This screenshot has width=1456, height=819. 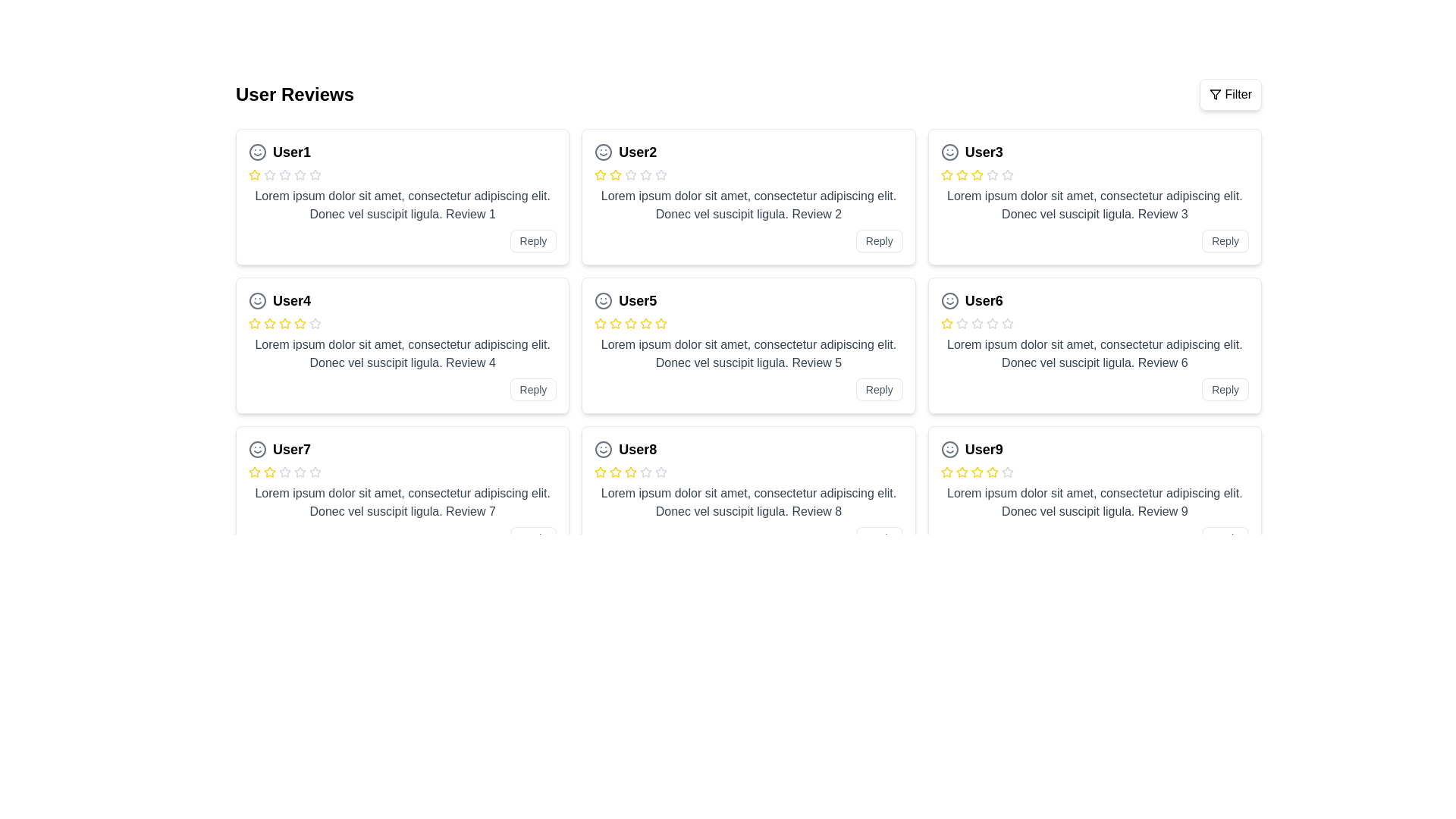 I want to click on the fifth star-shaped icon with a yellow outline and a hollow center in the user review card labeled 'User9', located in the bottom-right corner of the user reviews grid, so click(x=977, y=472).